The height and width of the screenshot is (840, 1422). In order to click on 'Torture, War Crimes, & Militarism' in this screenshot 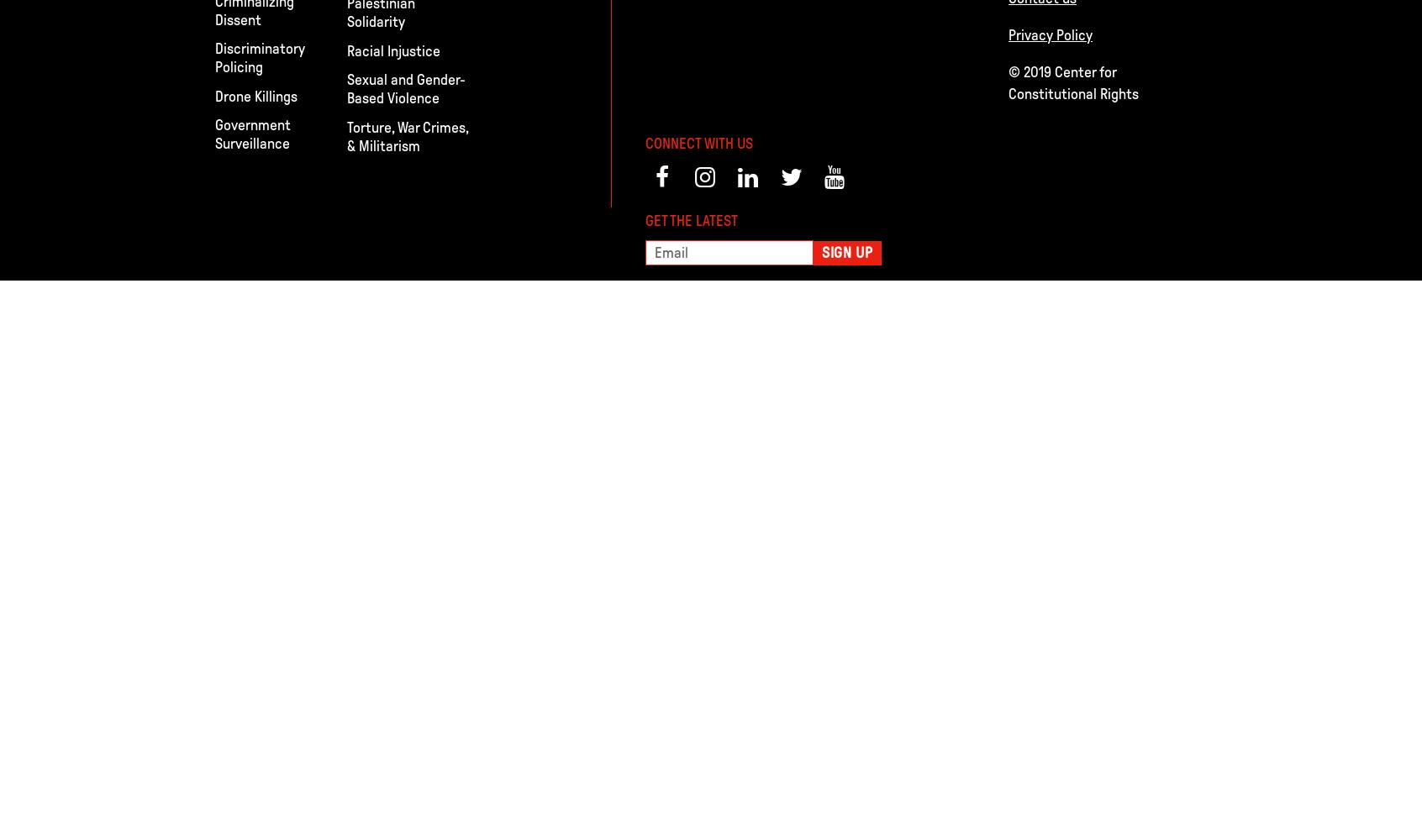, I will do `click(406, 136)`.